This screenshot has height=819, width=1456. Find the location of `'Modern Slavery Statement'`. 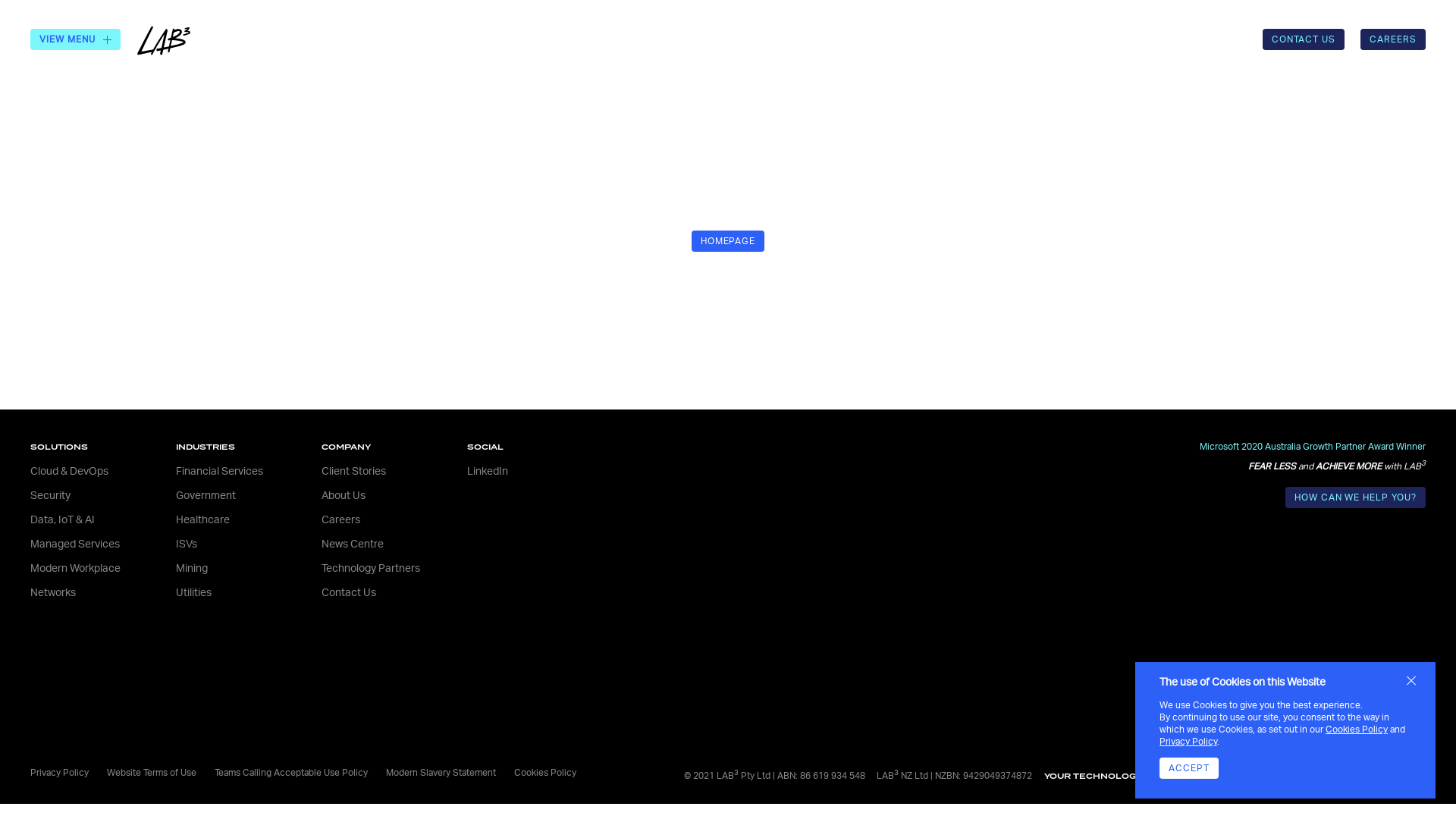

'Modern Slavery Statement' is located at coordinates (440, 772).